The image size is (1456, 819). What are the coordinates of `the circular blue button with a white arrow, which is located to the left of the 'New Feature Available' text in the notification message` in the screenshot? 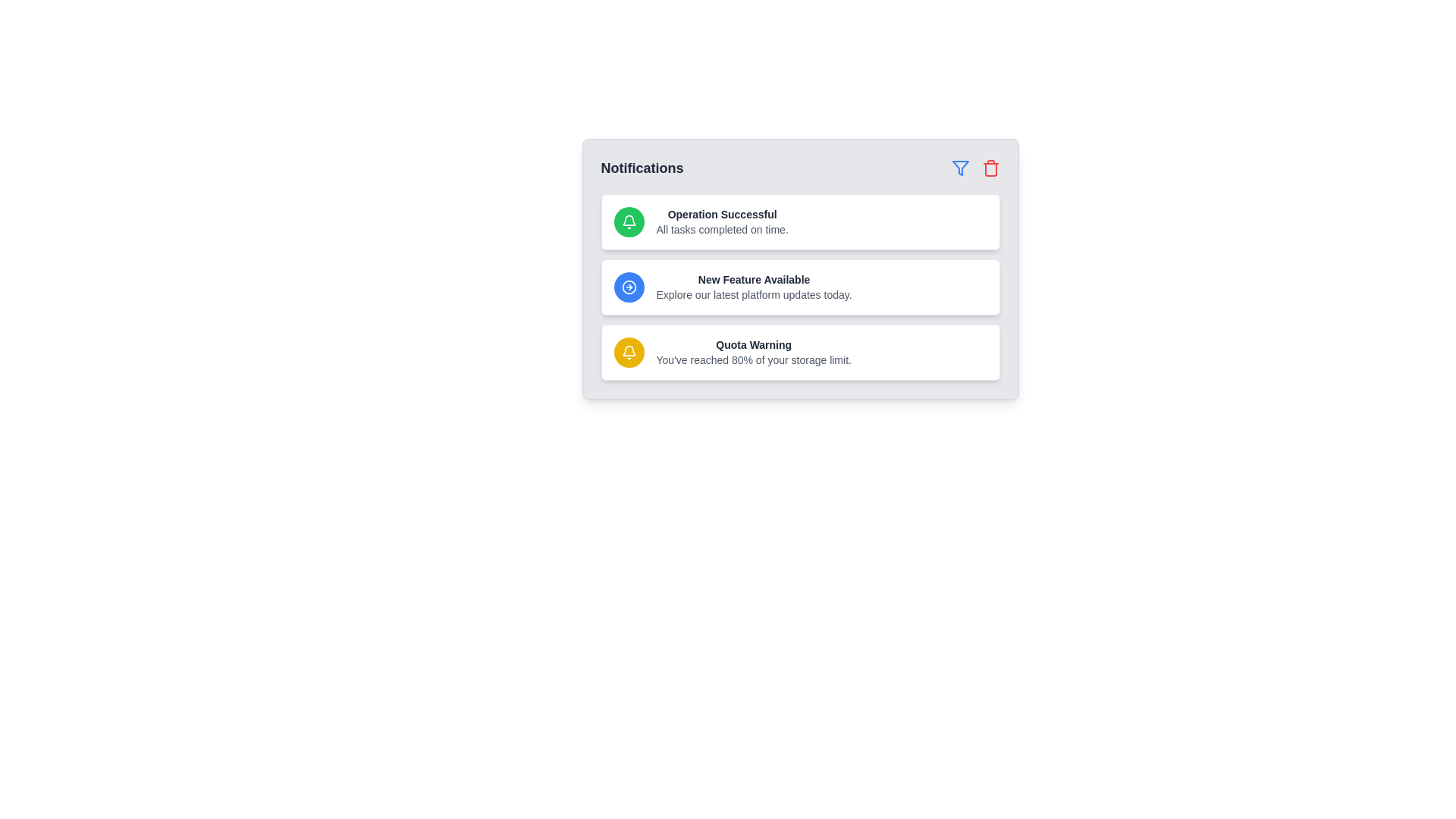 It's located at (629, 287).